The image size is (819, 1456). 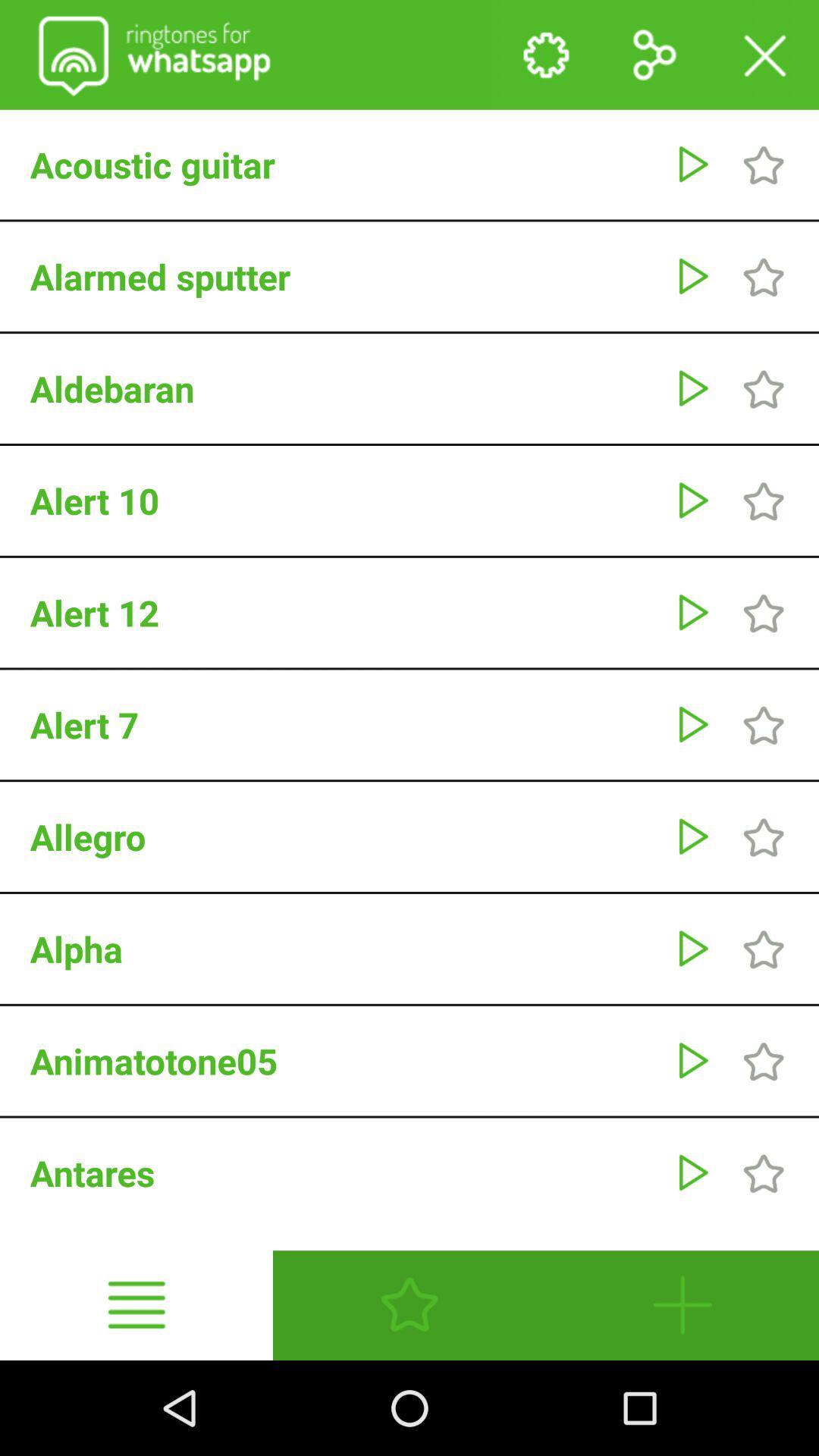 What do you see at coordinates (344, 1060) in the screenshot?
I see `animatotone05 app` at bounding box center [344, 1060].